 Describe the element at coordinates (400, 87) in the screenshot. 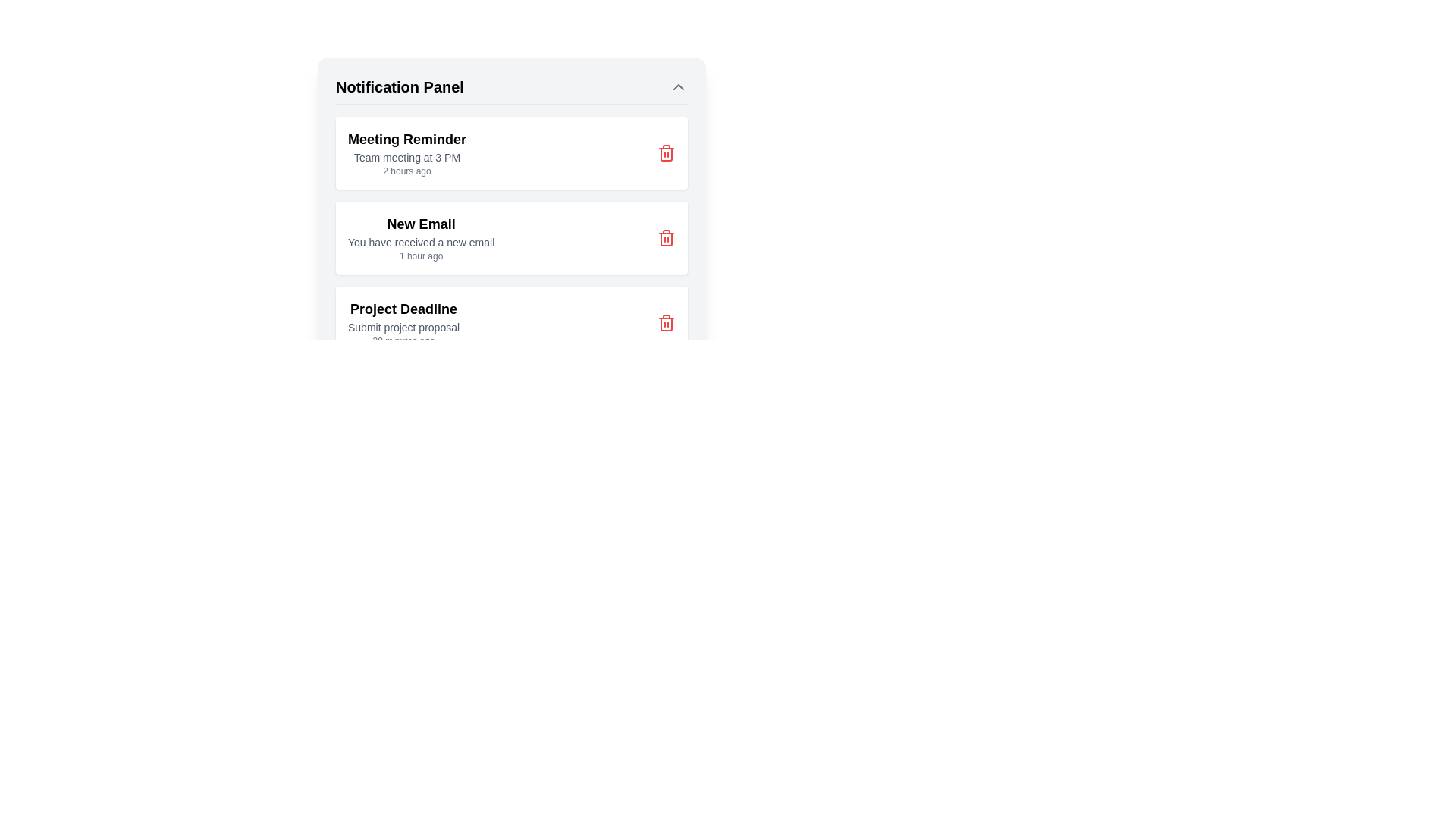

I see `the bold text label displaying 'Notification Panel' located at the top section of the notifications interface` at that location.